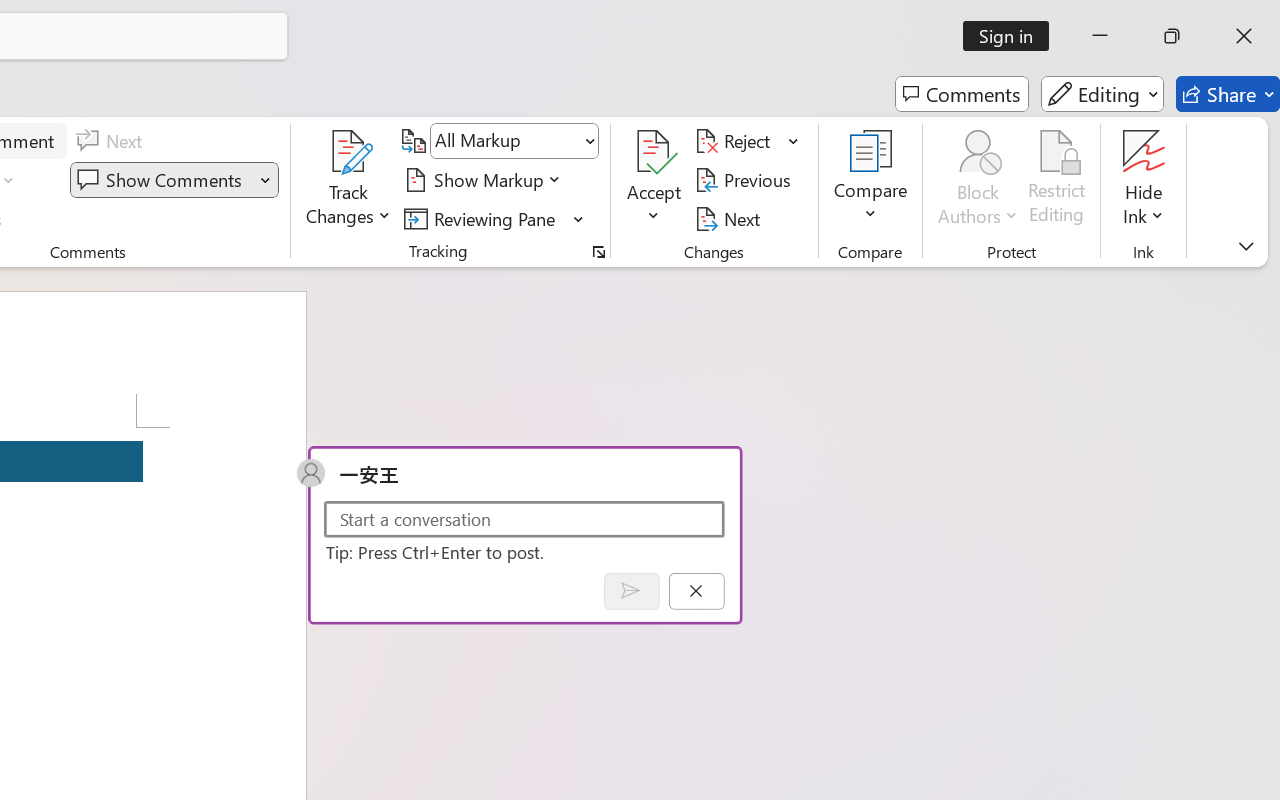  I want to click on 'Block Authors', so click(977, 151).